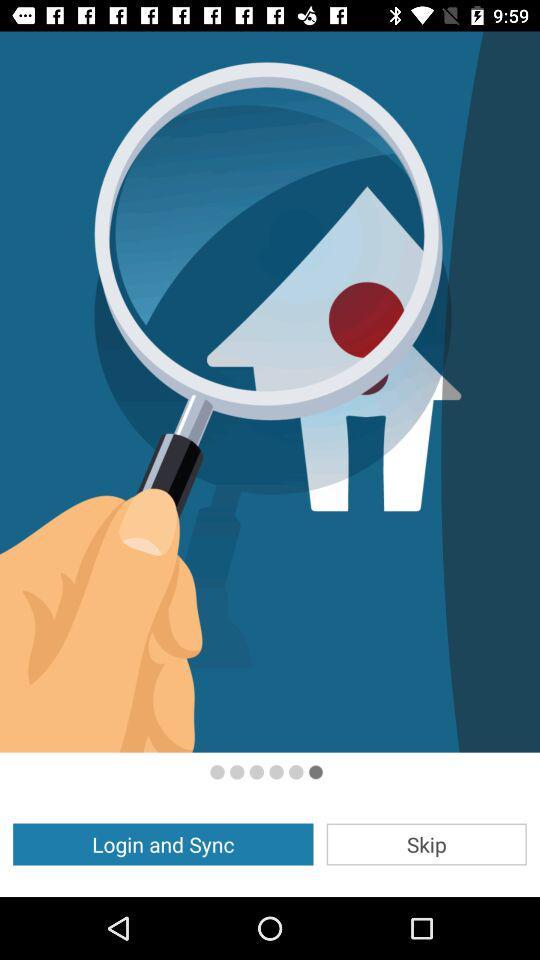  What do you see at coordinates (425, 843) in the screenshot?
I see `skip item` at bounding box center [425, 843].